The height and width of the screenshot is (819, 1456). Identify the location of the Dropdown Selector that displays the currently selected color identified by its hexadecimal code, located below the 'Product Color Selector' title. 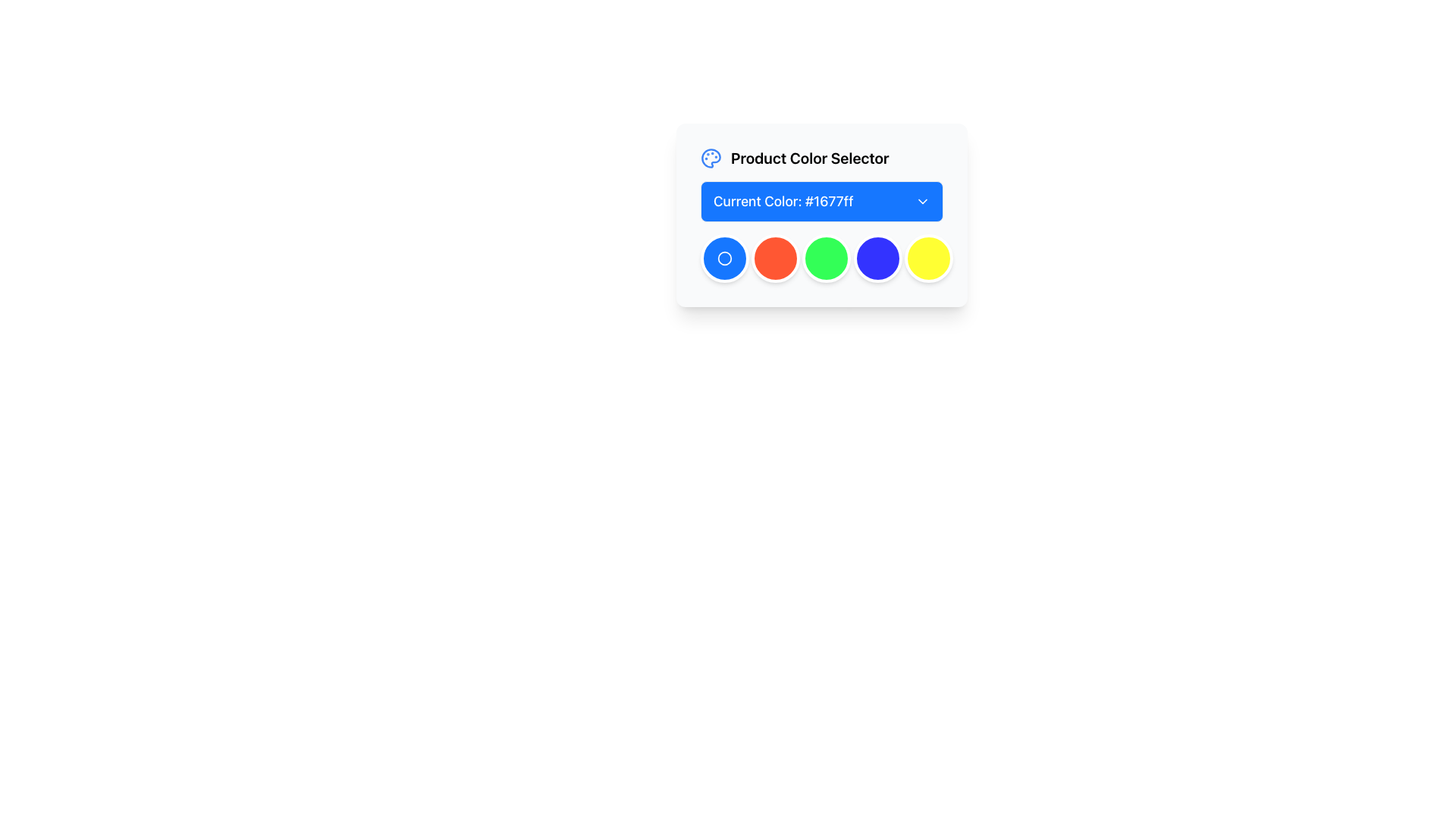
(821, 201).